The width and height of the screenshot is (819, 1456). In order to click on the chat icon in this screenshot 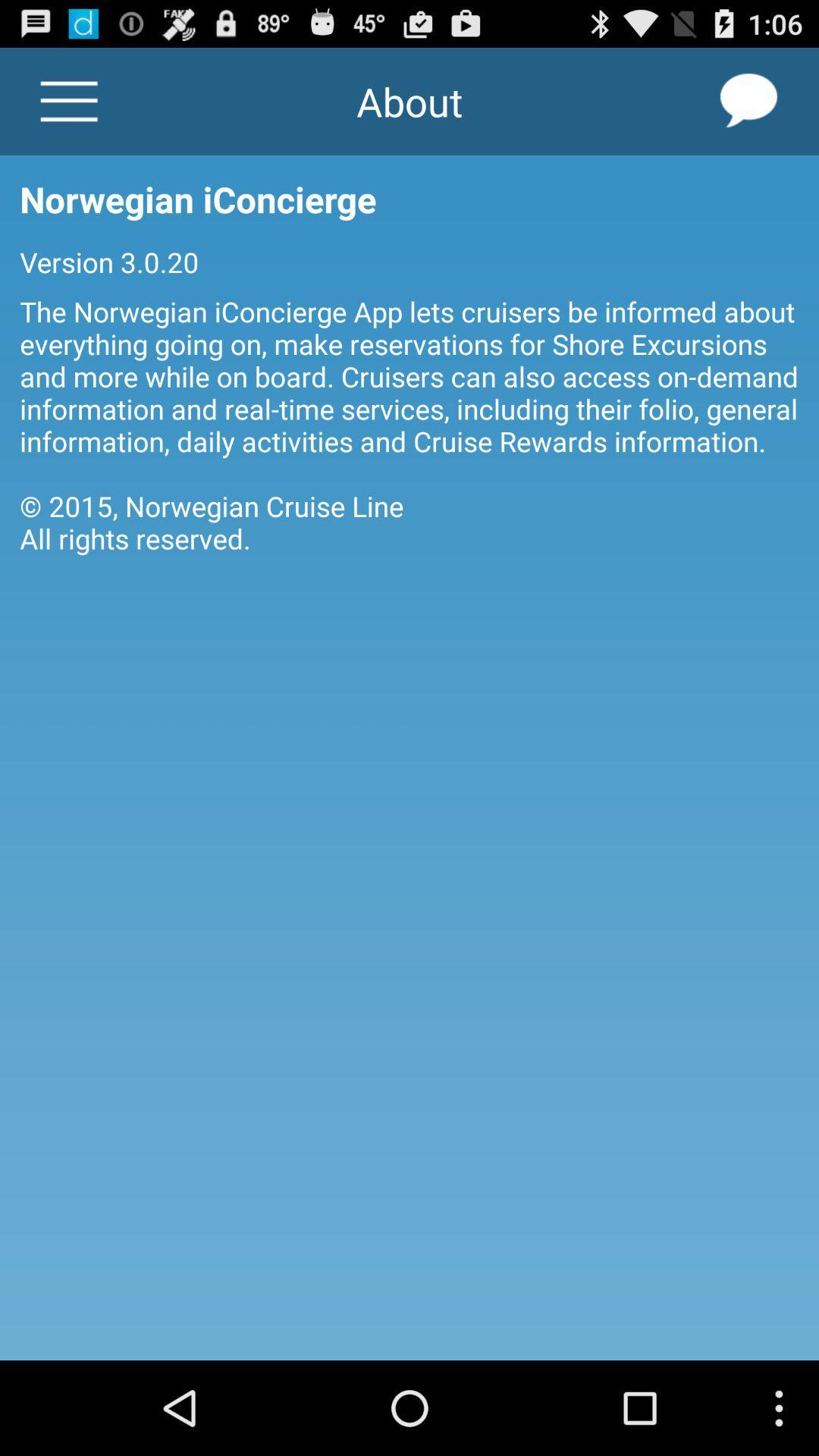, I will do `click(748, 108)`.